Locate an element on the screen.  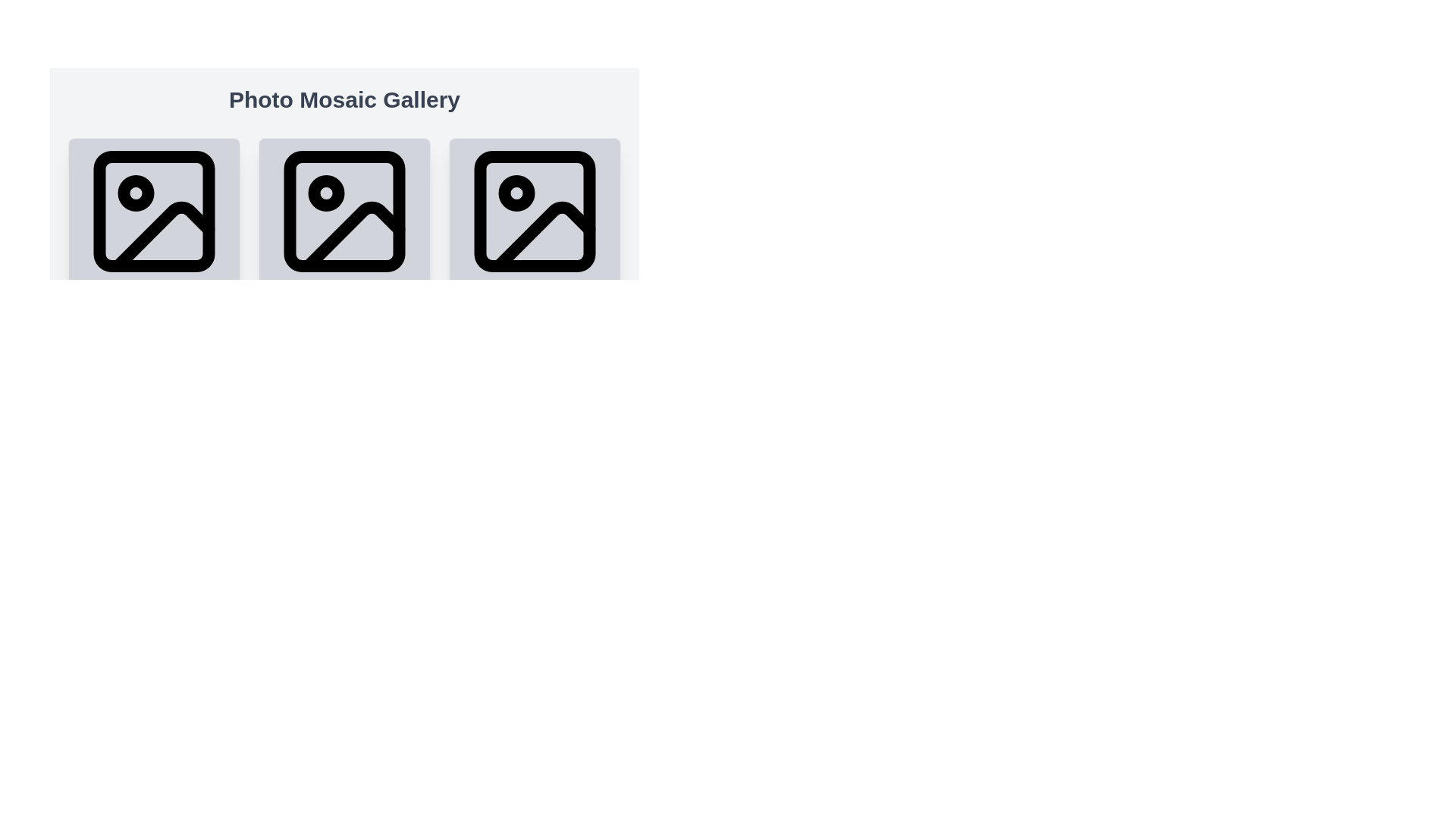
the image icon component, which is a square with rounded corners featuring a smaller circle and a diagonal line, located in the top-left of the horizontally aligned list is located at coordinates (154, 211).